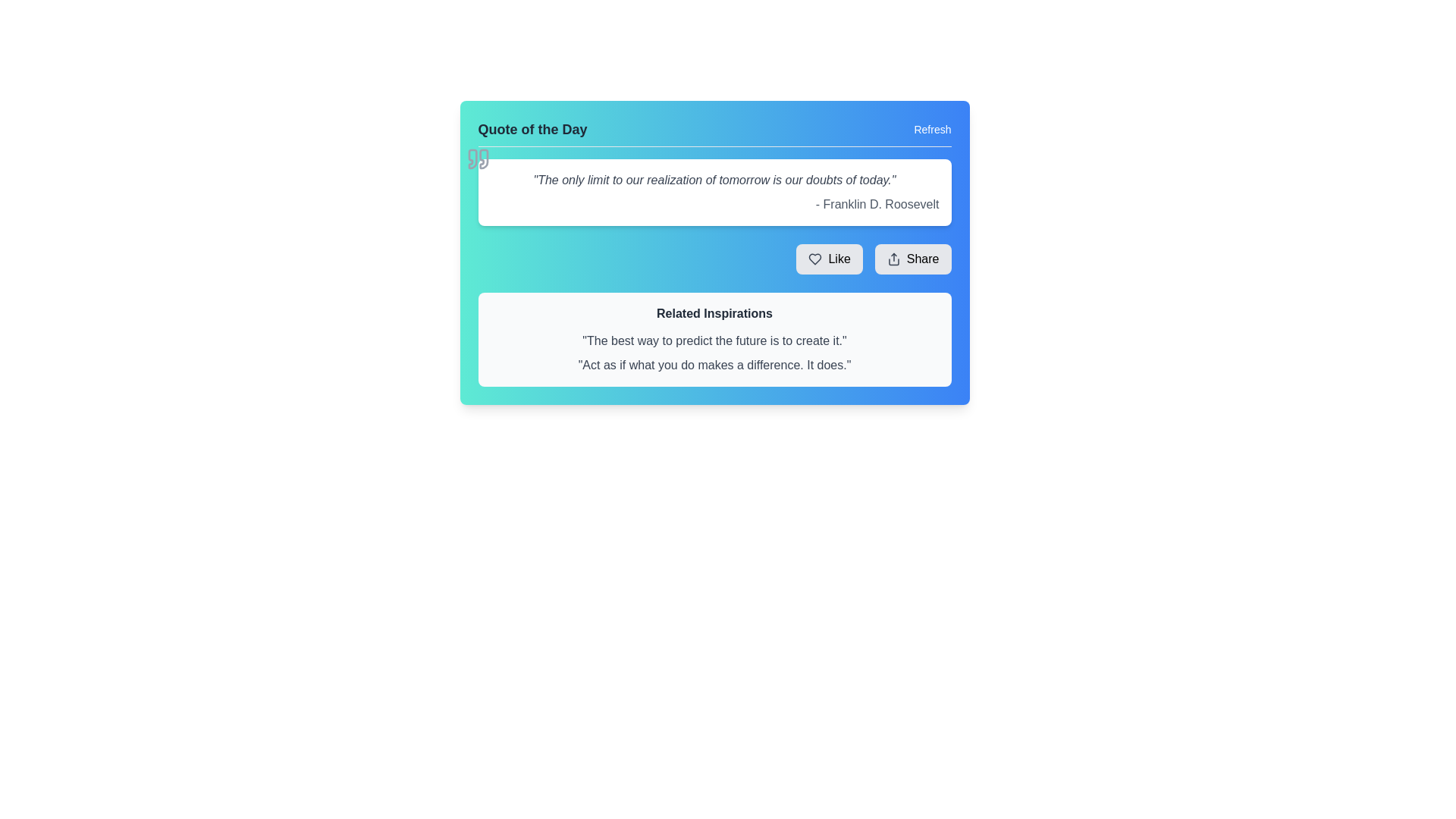  I want to click on the decorative icon associated with the 'like' or 'favorite' functionality, located to the leftmost of the 'Like' button in the center-right section of the card, so click(814, 259).